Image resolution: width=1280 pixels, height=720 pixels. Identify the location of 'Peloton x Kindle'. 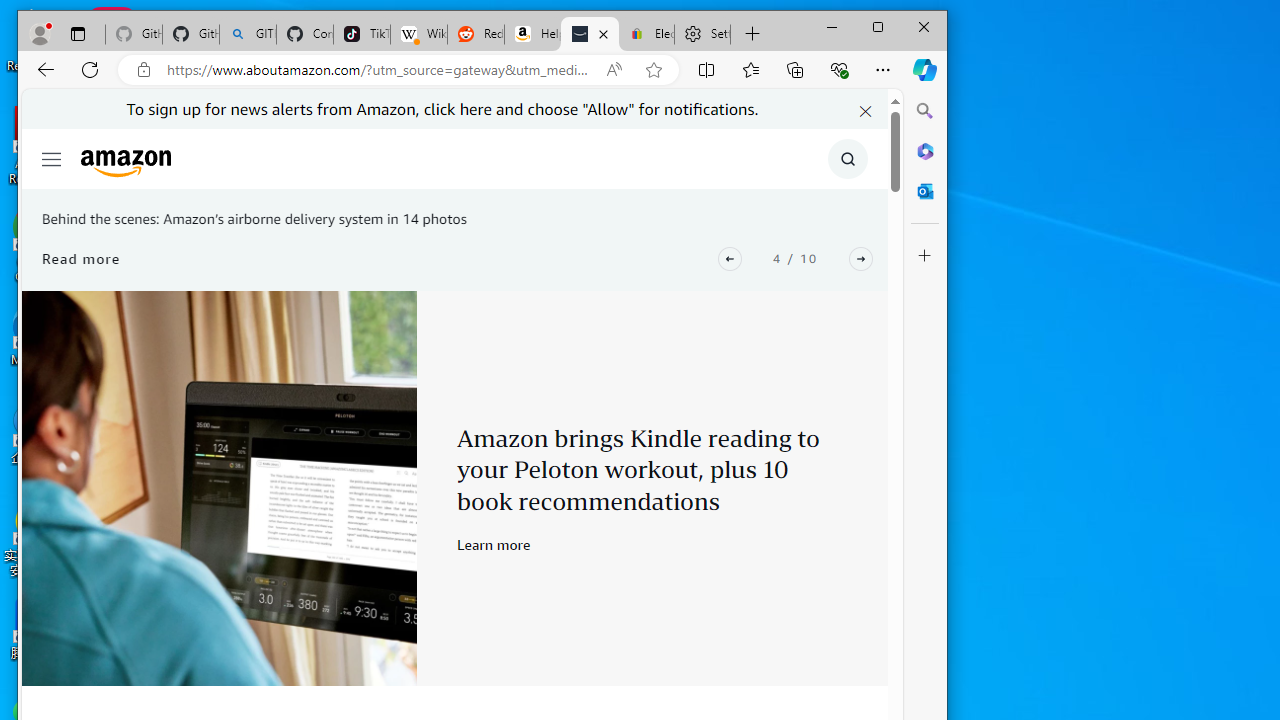
(219, 488).